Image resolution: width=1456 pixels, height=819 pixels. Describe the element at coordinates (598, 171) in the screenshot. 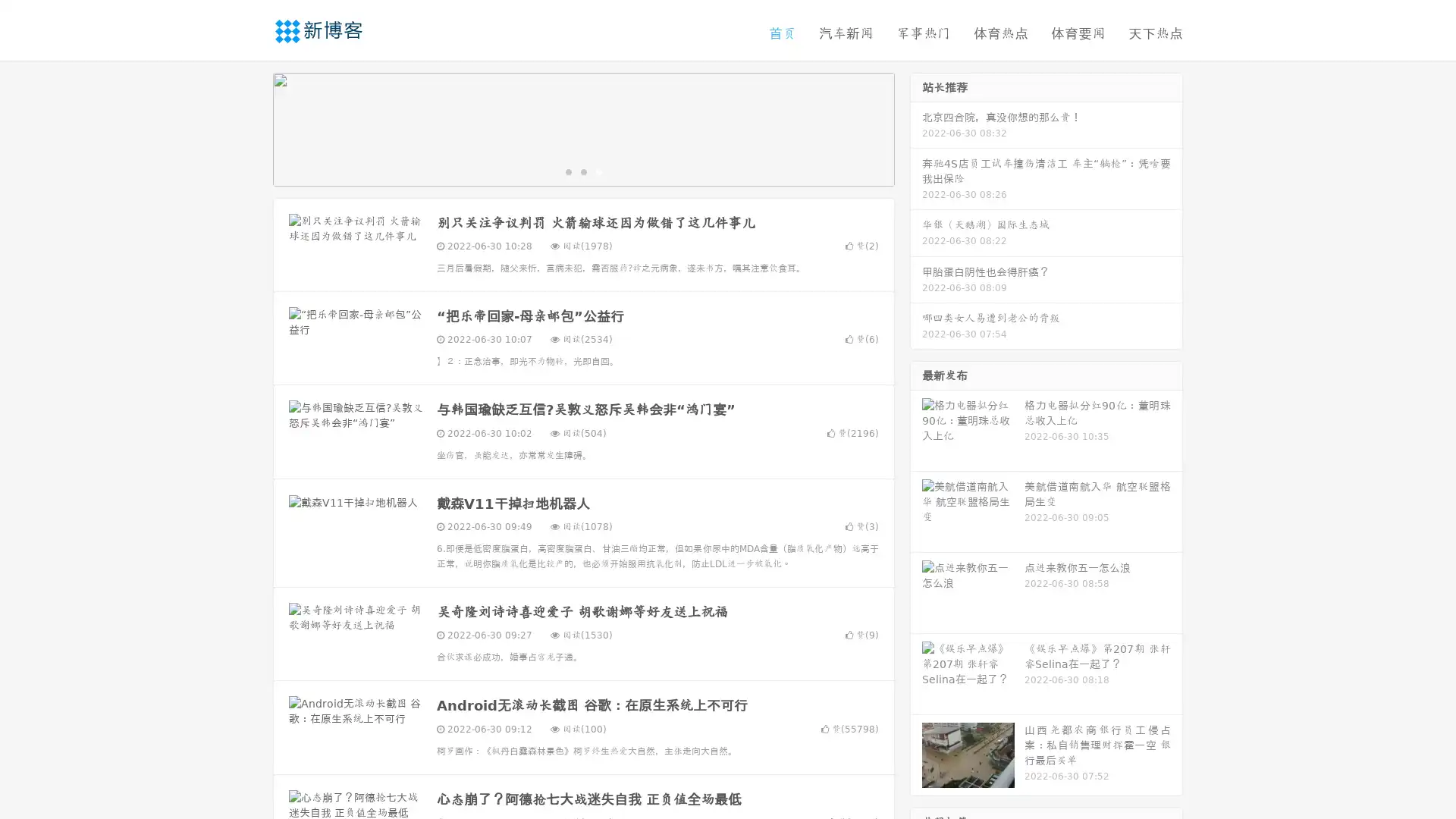

I see `Go to slide 3` at that location.